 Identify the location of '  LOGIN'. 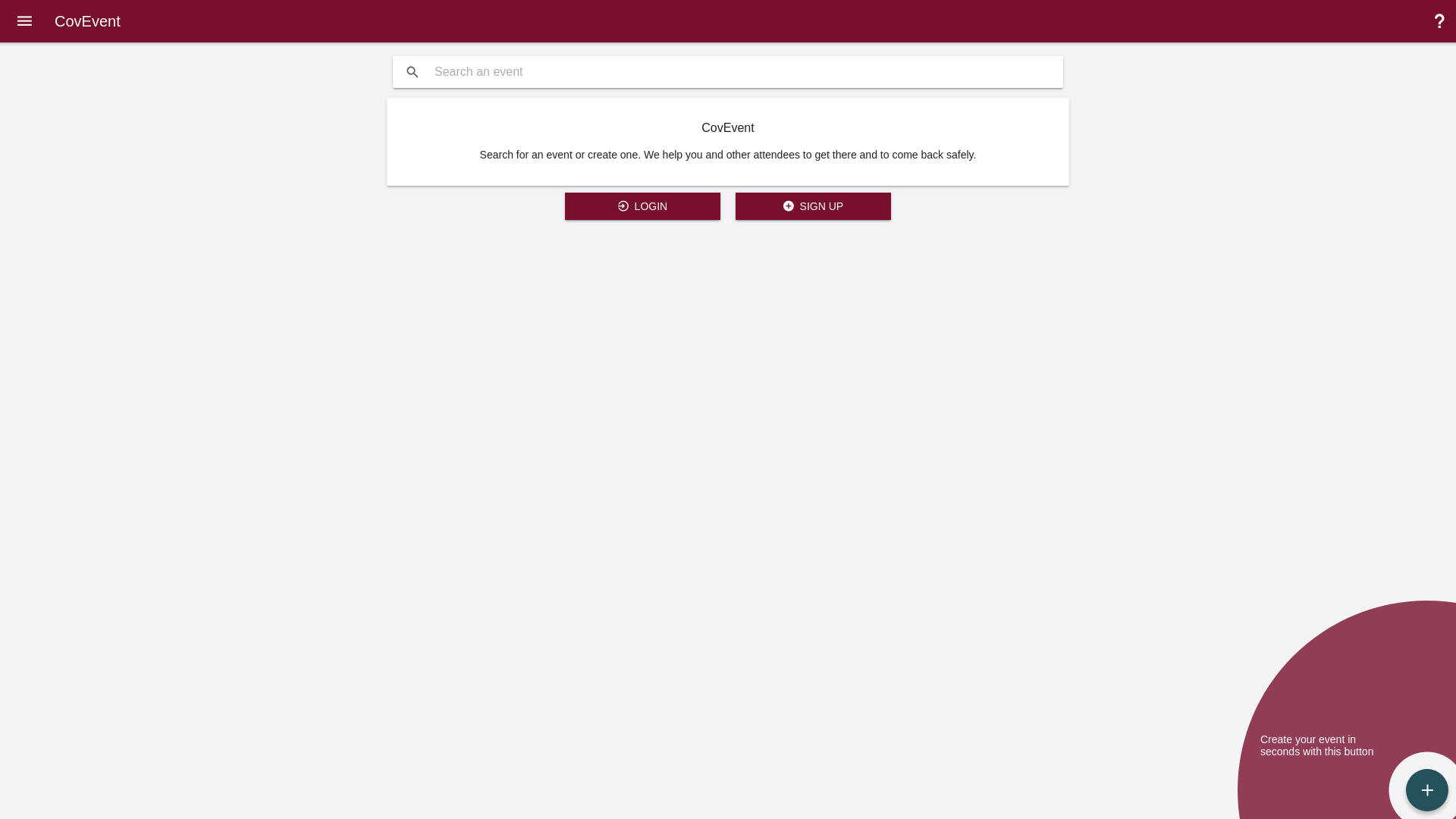
(642, 206).